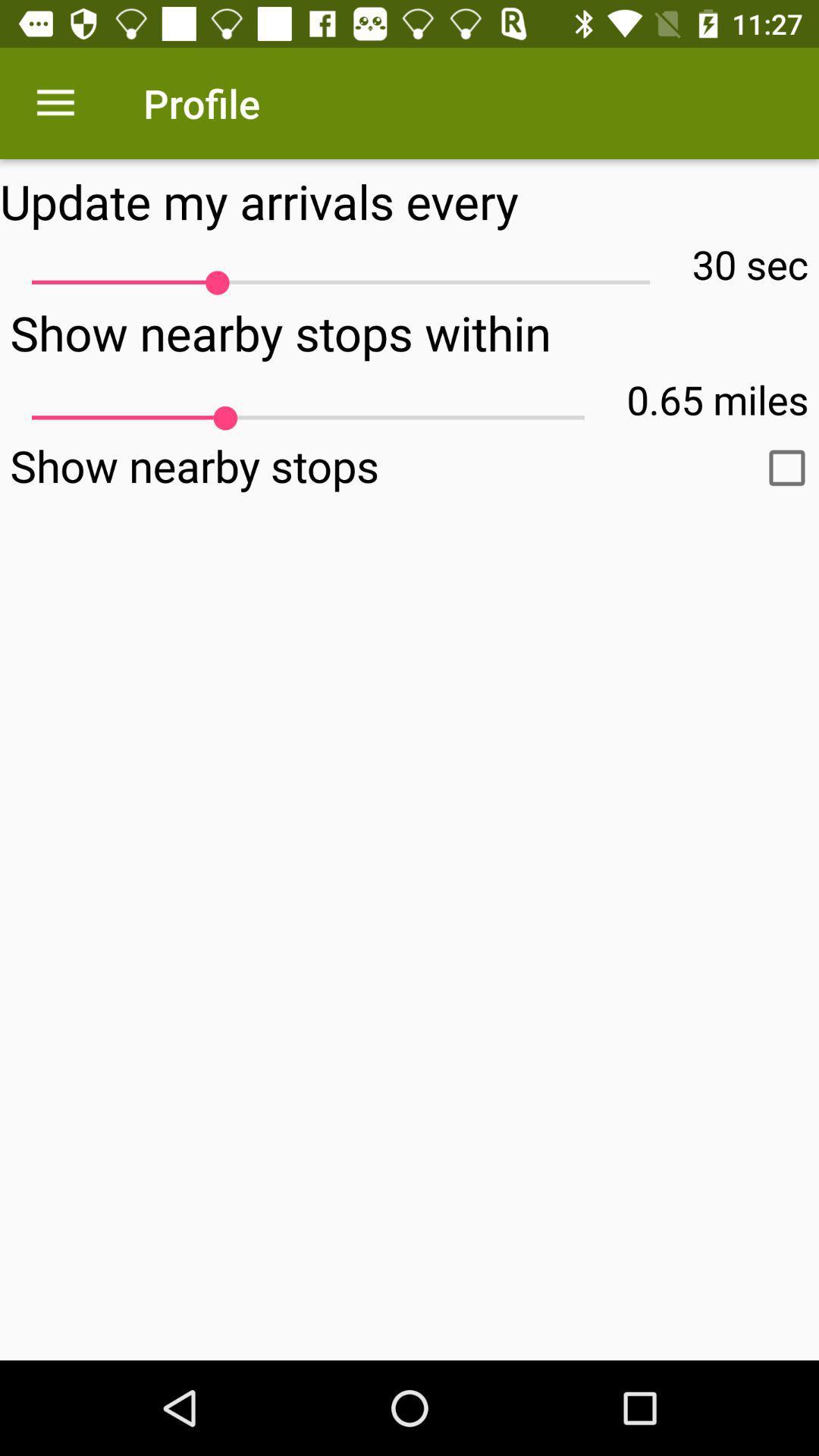  I want to click on show nearby stops, so click(786, 467).